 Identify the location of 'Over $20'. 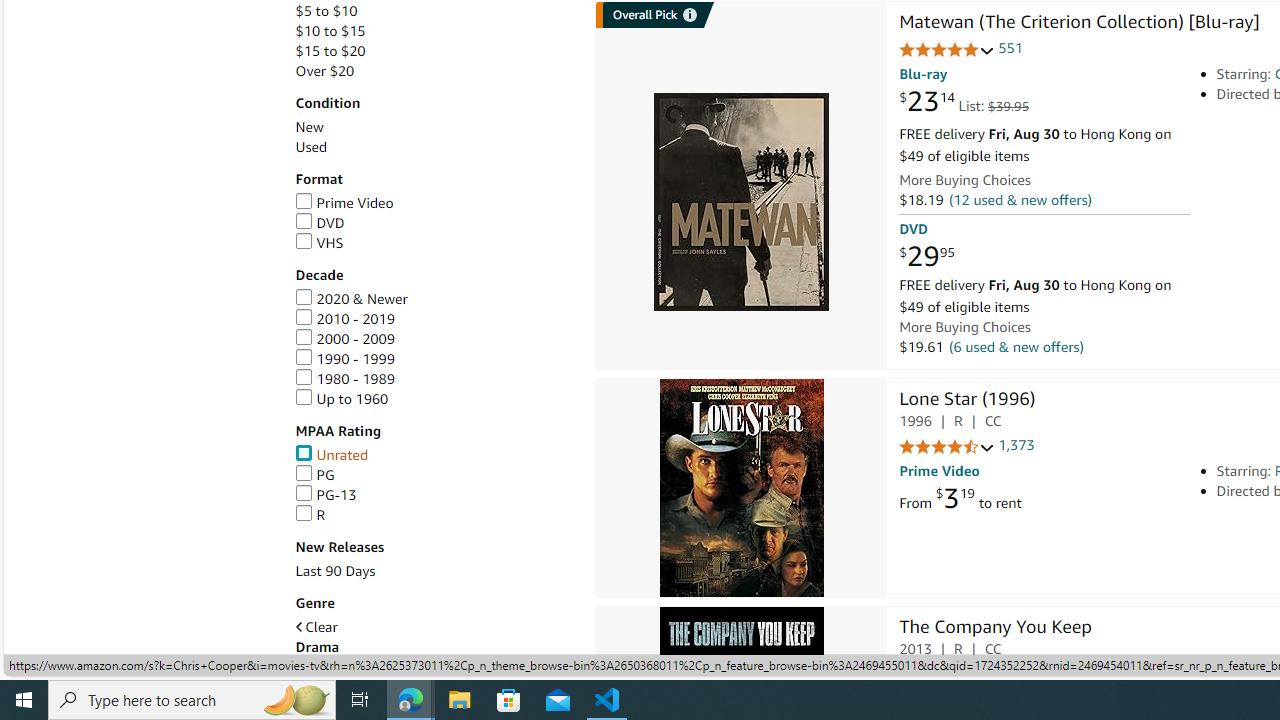
(324, 70).